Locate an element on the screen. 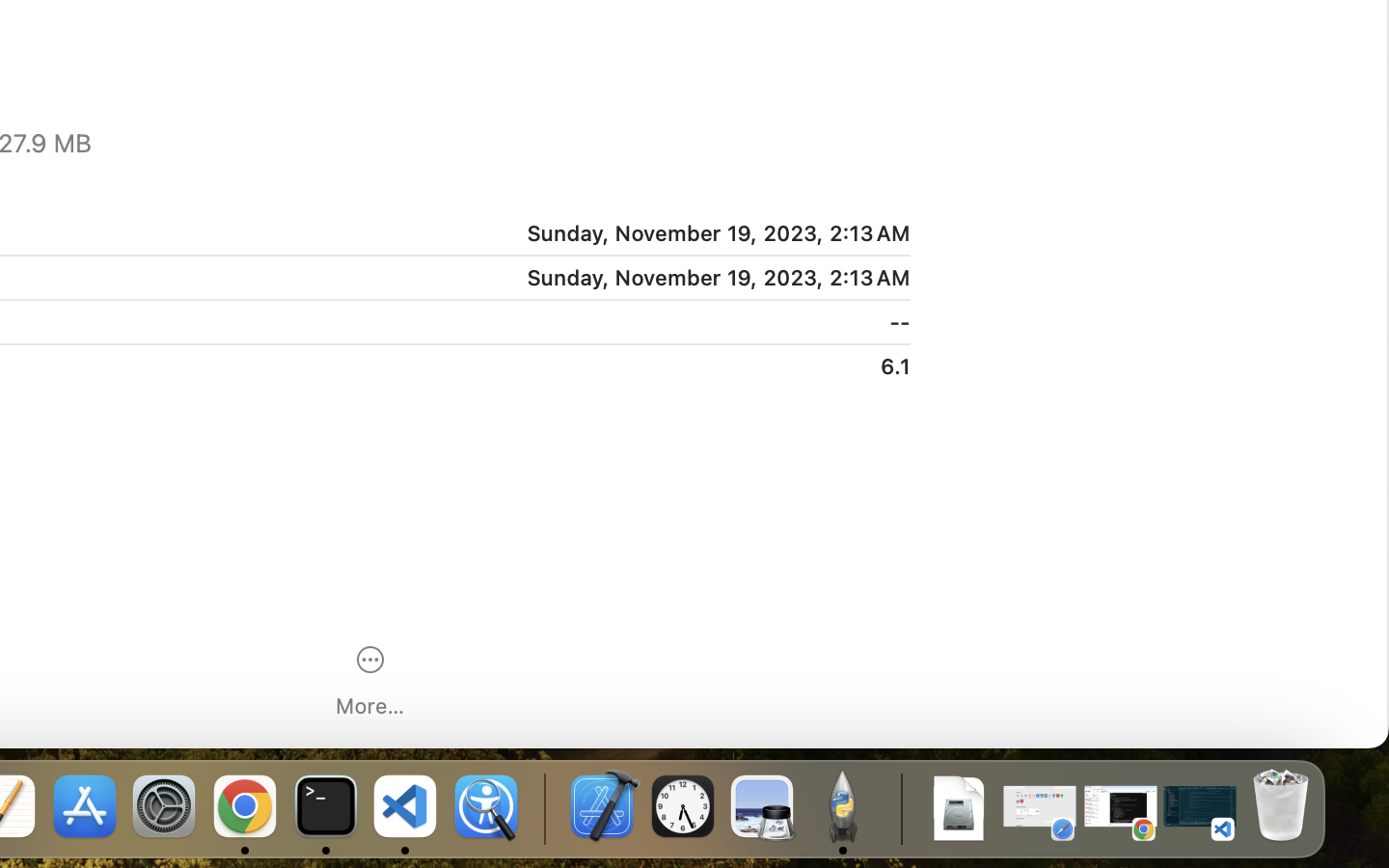  '0.4285714328289032' is located at coordinates (542, 807).